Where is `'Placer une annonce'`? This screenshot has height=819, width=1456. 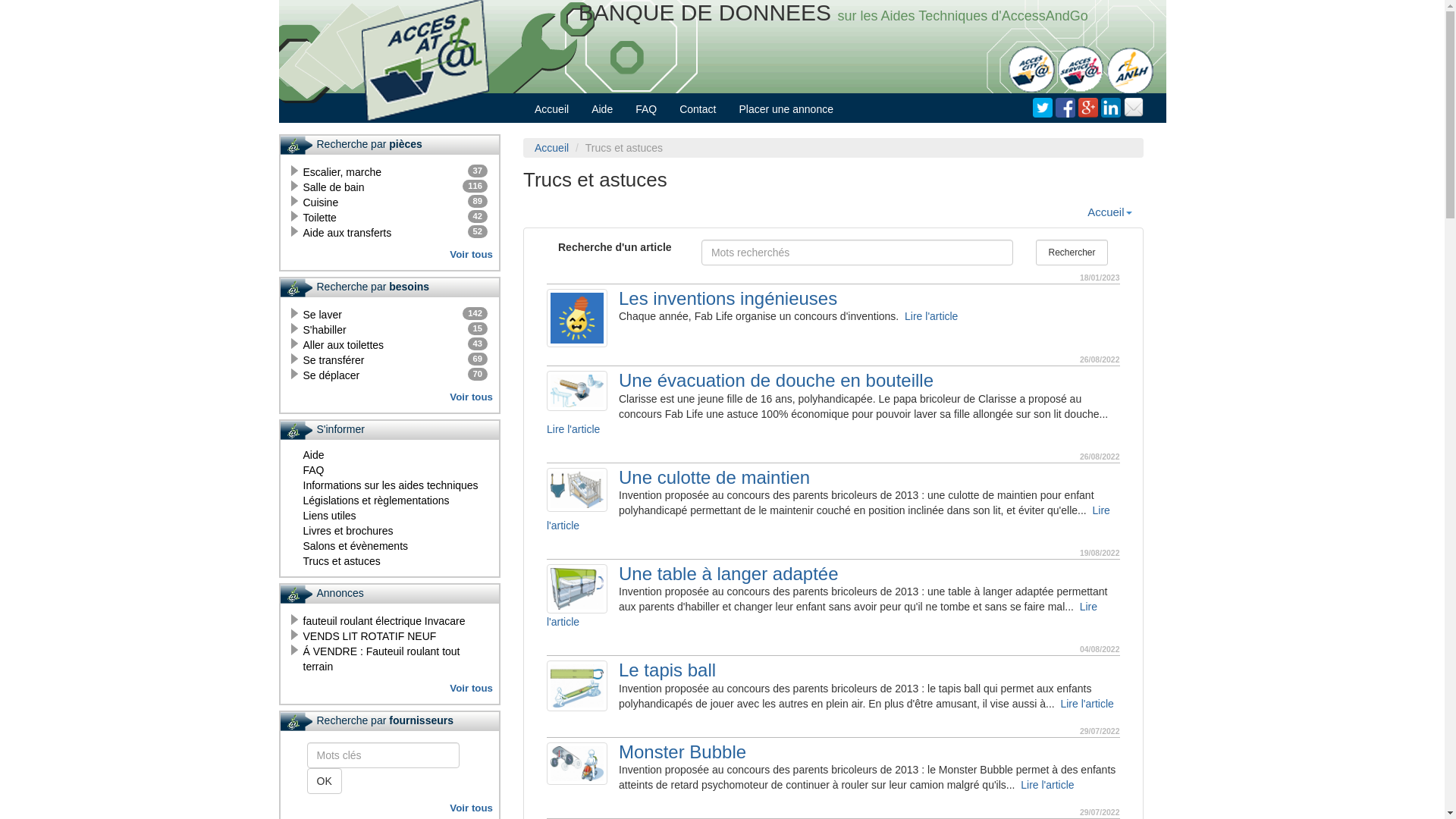 'Placer une annonce' is located at coordinates (786, 108).